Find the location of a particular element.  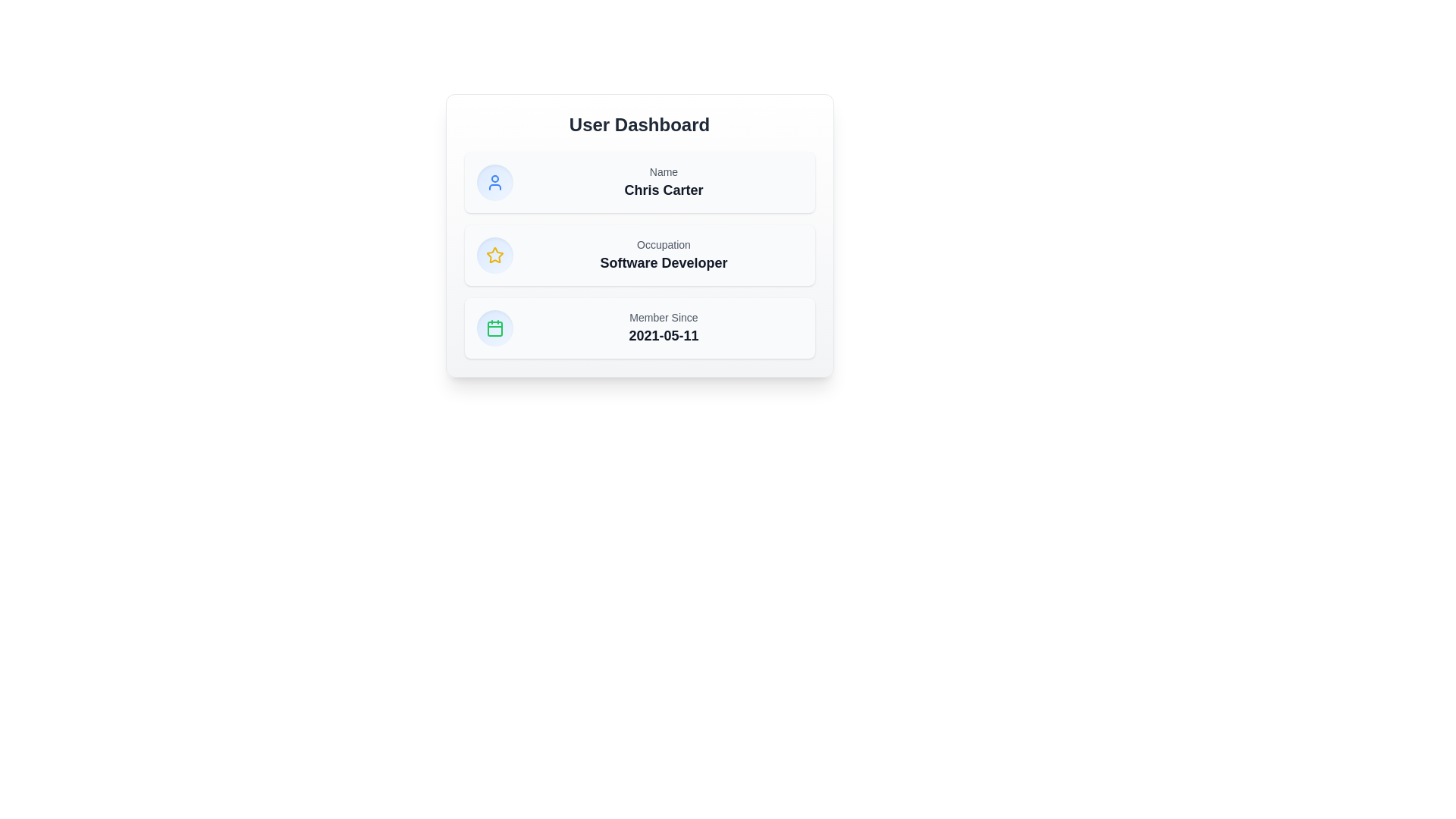

static text label 'Member Since' displayed in a small gray font, located in the bottom section of the card above the text '2021-05-11' is located at coordinates (664, 317).